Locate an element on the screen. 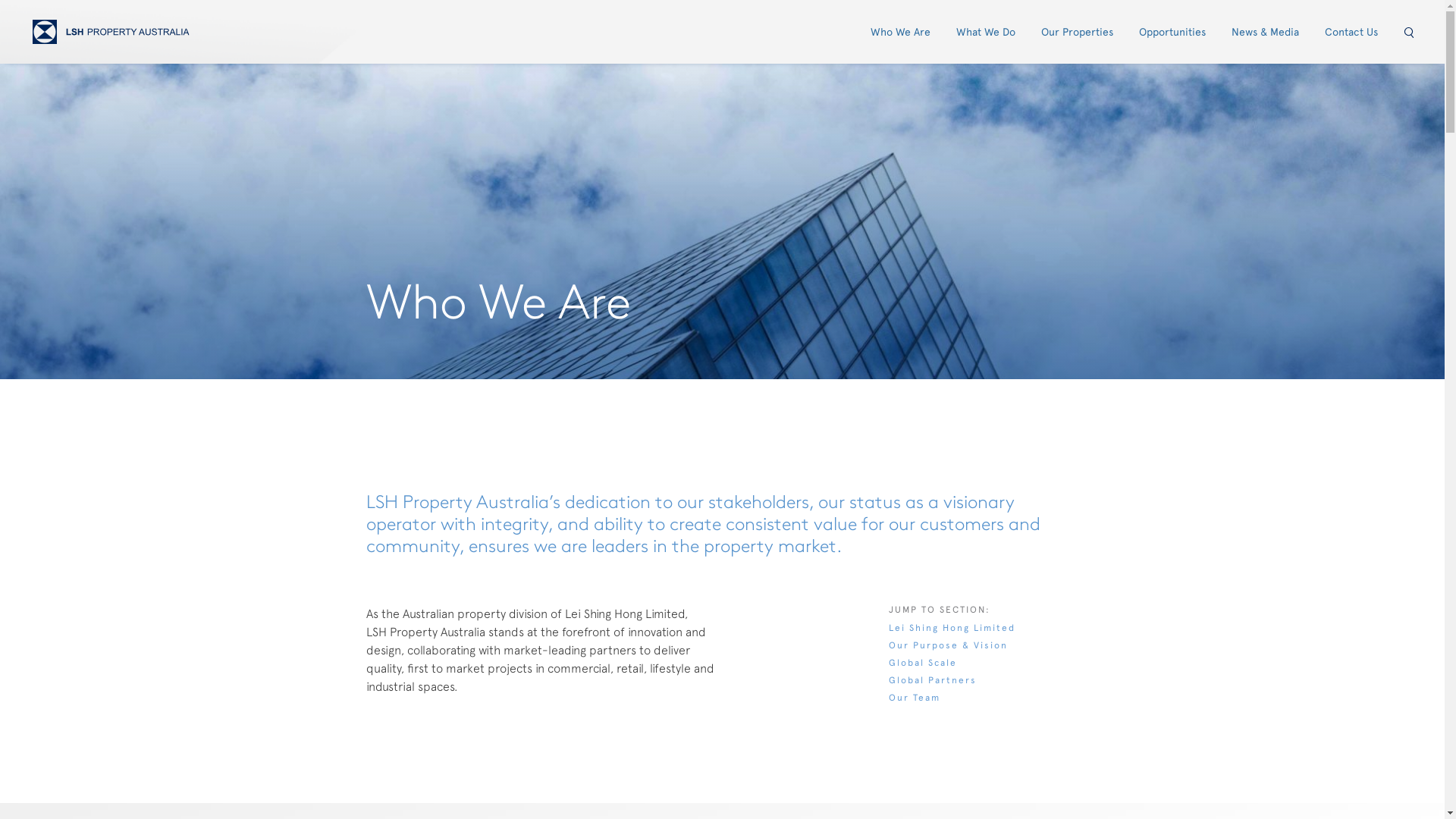 This screenshot has width=1456, height=819. 'Who We Are' is located at coordinates (900, 32).